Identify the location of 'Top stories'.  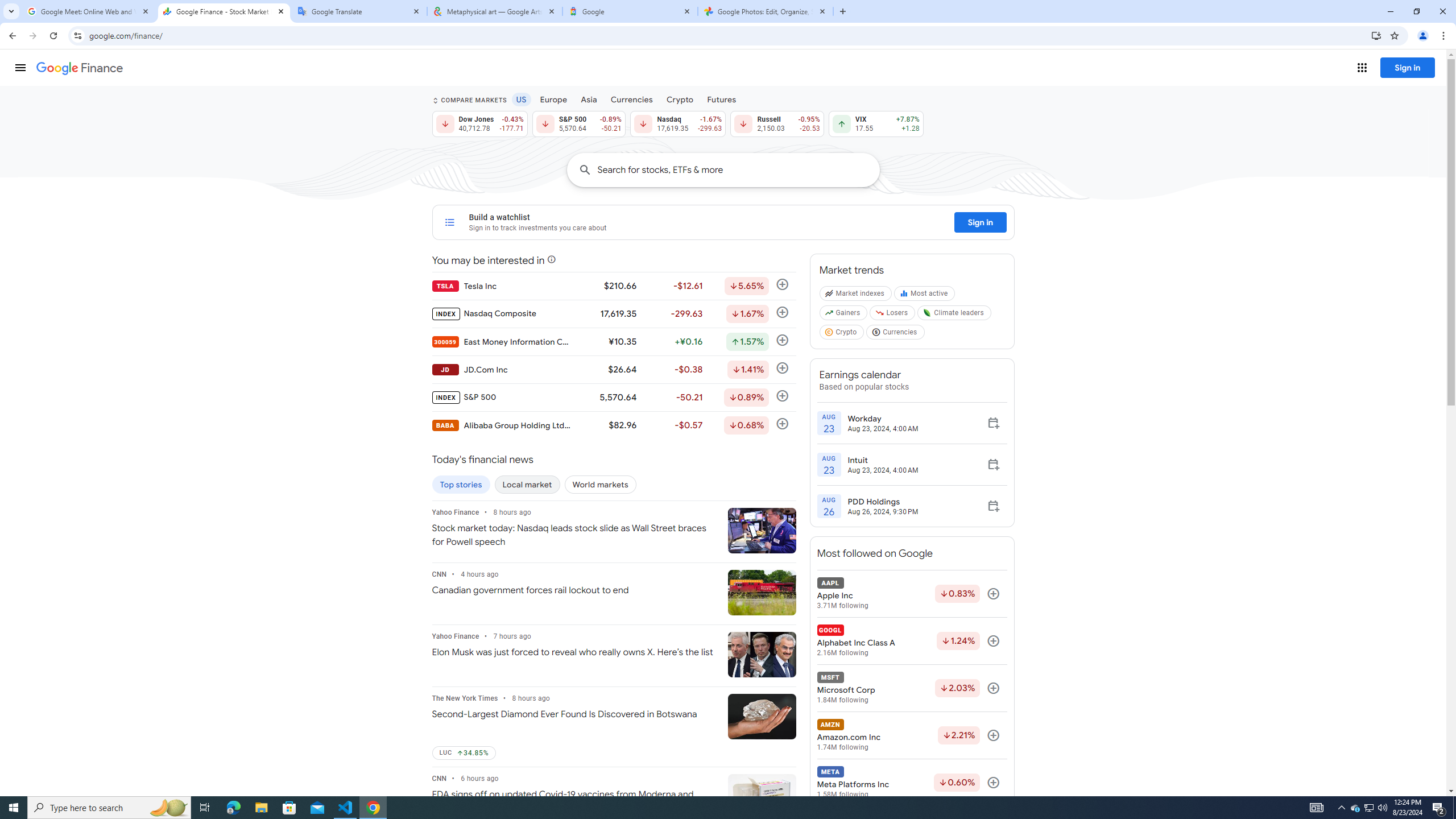
(461, 484).